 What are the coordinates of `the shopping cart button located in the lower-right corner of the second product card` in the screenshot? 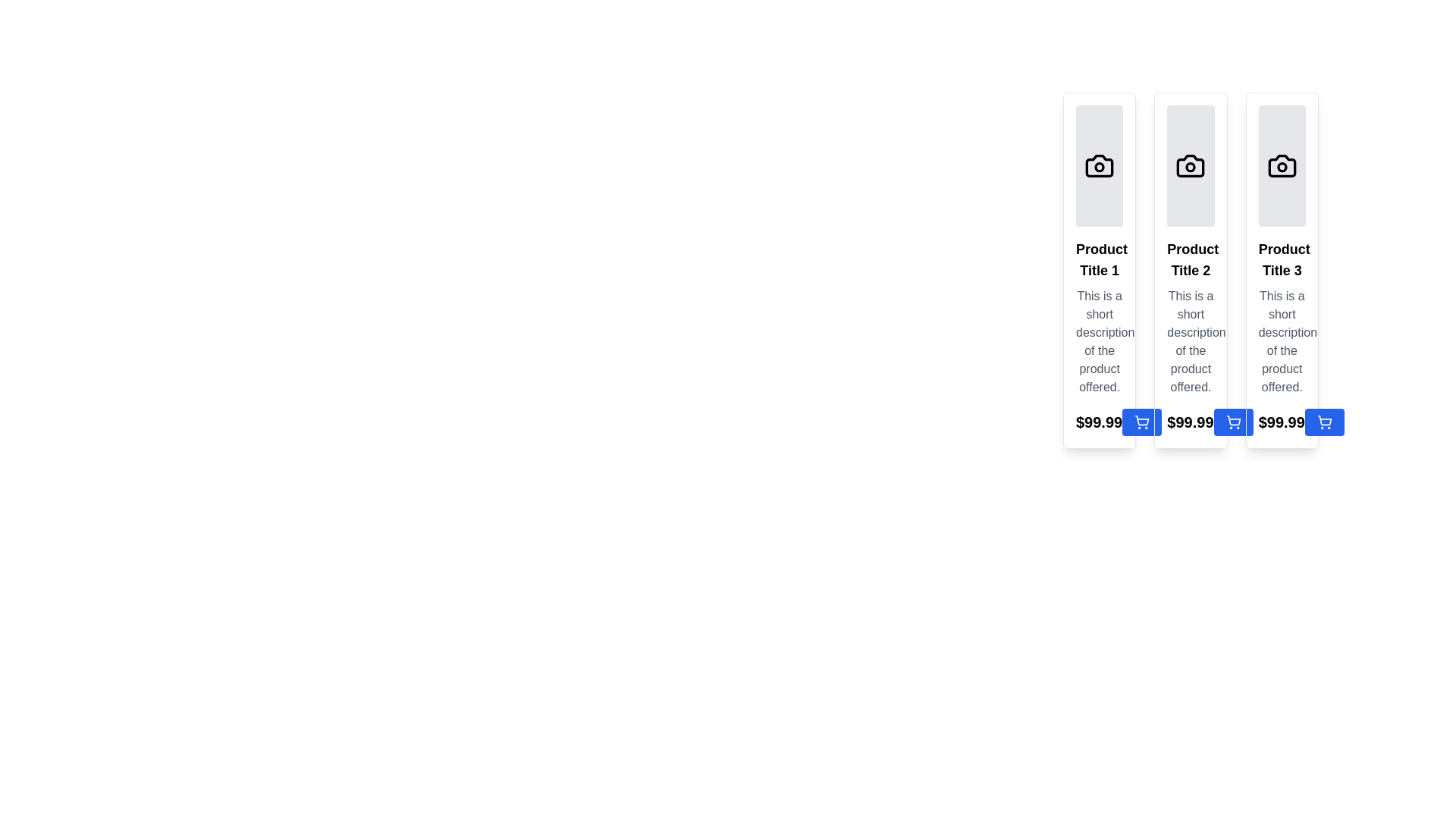 It's located at (1142, 422).